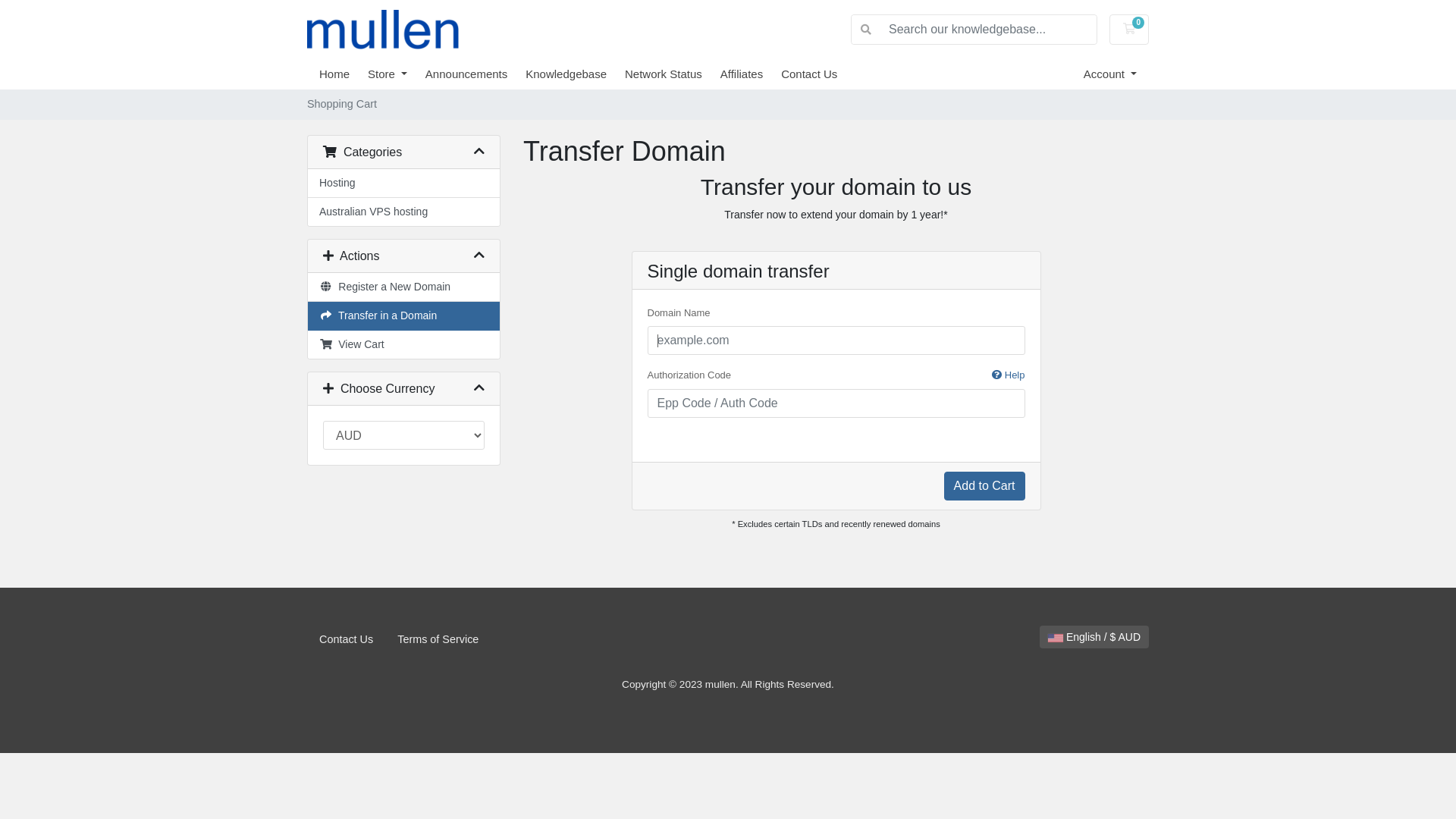  I want to click on '  Register a New Domain', so click(403, 287).